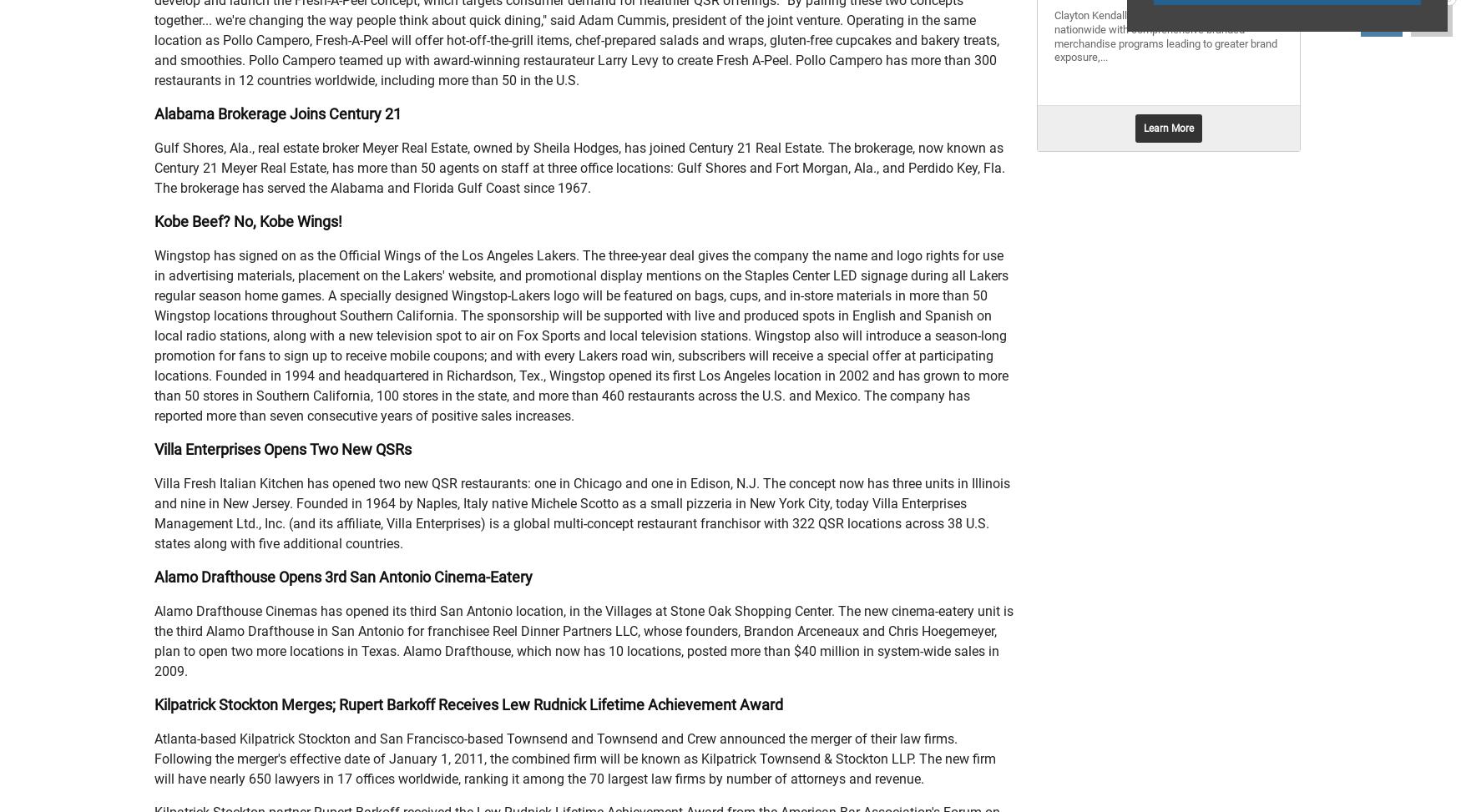 This screenshot has height=812, width=1461. Describe the element at coordinates (582, 513) in the screenshot. I see `'Villa Fresh Italian Kitchen has opened two new QSR restaurants: one in Chicago and one in Edison, N.J. The concept now has three units in Illinois and nine in New Jersey. Founded in 1964 by Naples, Italy native Michele Scotto as a small pizzeria in New York City, today Villa Enterprises Management Ltd., Inc. (and its affiliate, Villa Enterprises) is a global multi-concept restaurant franchisor with 322 QSR locations across 38 U.S. states along with five additional countries.'` at that location.